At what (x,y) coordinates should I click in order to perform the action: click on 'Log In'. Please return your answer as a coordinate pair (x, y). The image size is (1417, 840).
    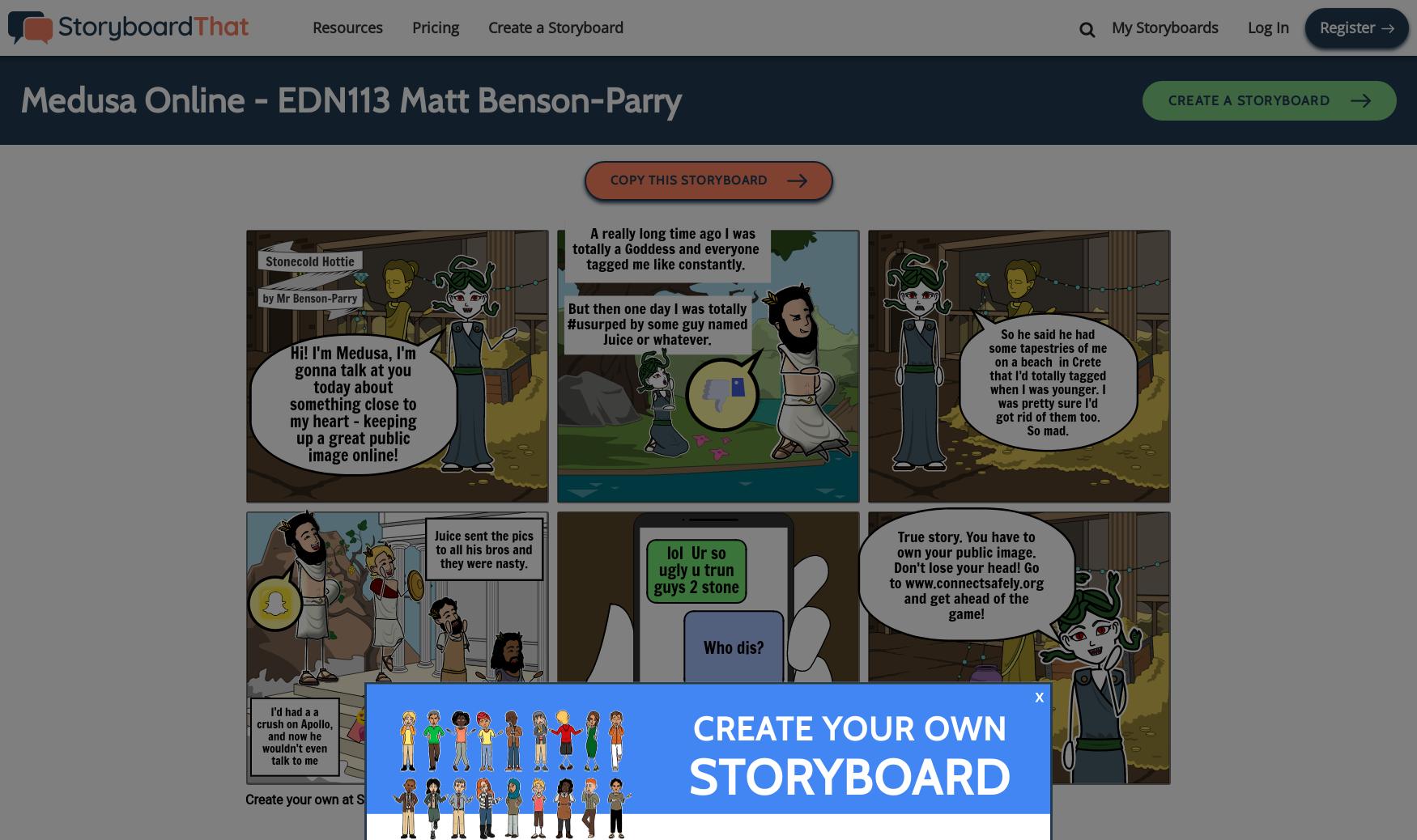
    Looking at the image, I should click on (1268, 27).